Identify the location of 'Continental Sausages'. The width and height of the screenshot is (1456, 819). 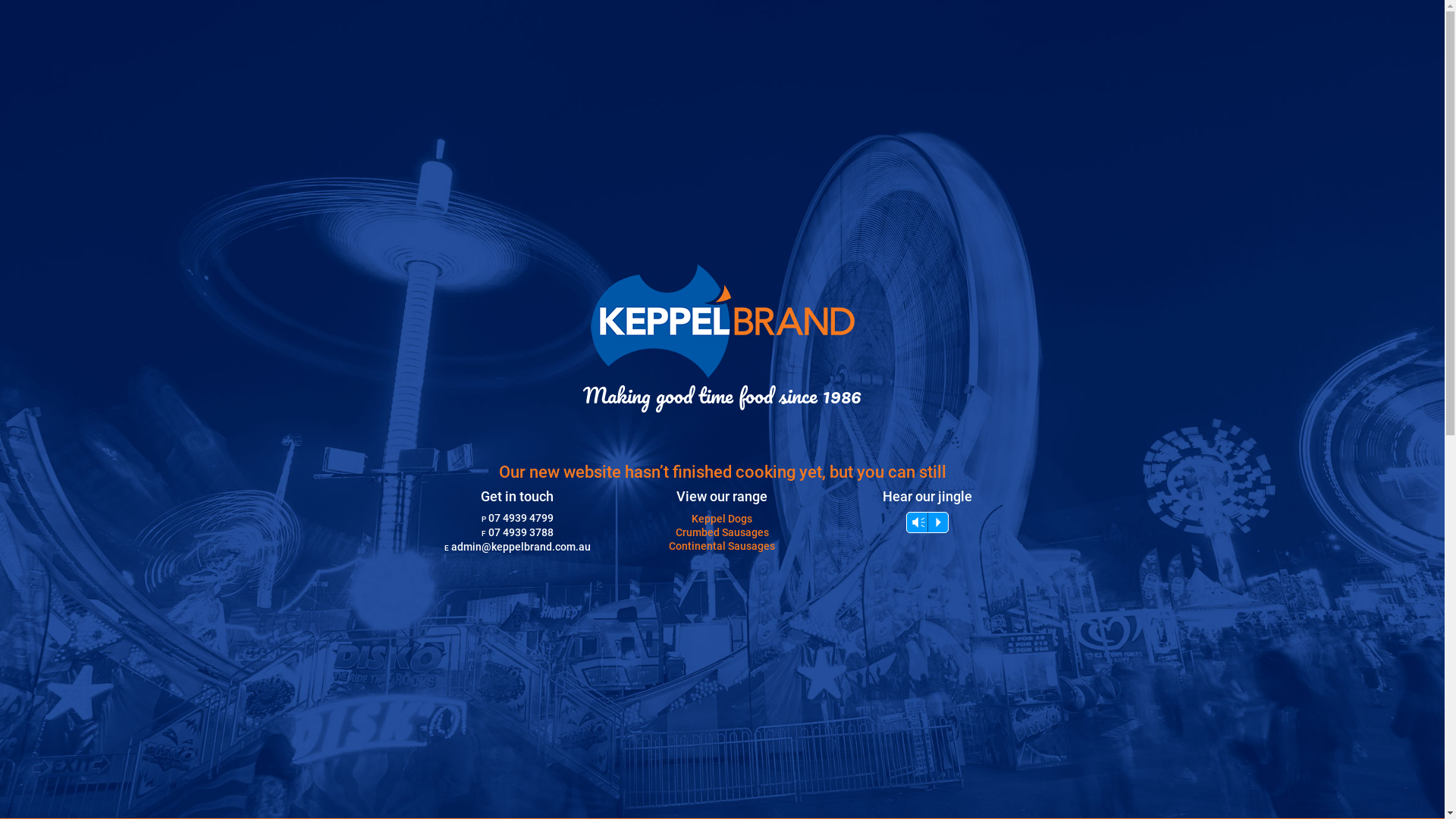
(668, 546).